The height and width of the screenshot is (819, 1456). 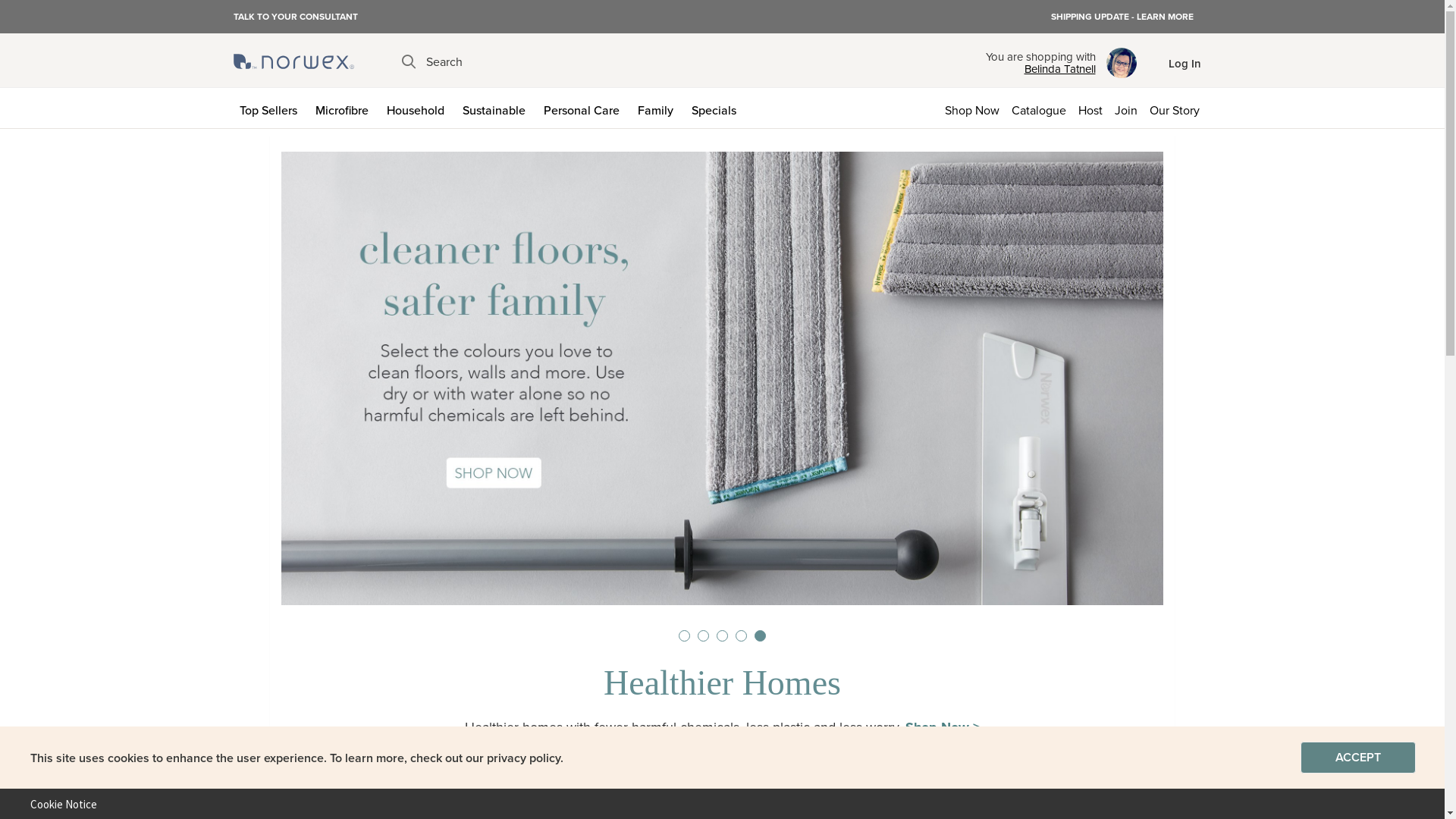 I want to click on 'Sustainable', so click(x=497, y=107).